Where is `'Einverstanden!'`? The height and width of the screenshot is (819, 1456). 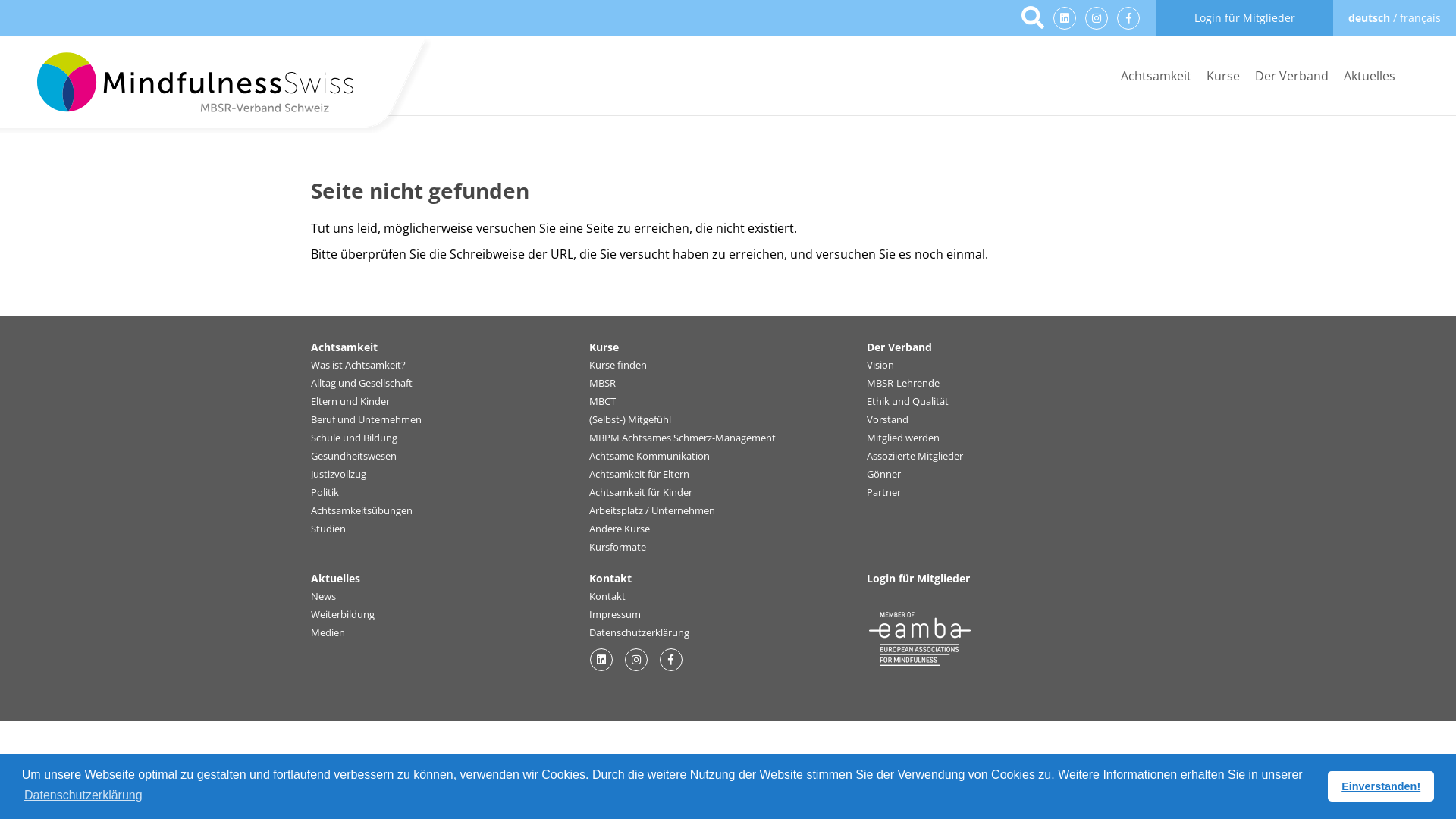 'Einverstanden!' is located at coordinates (1380, 786).